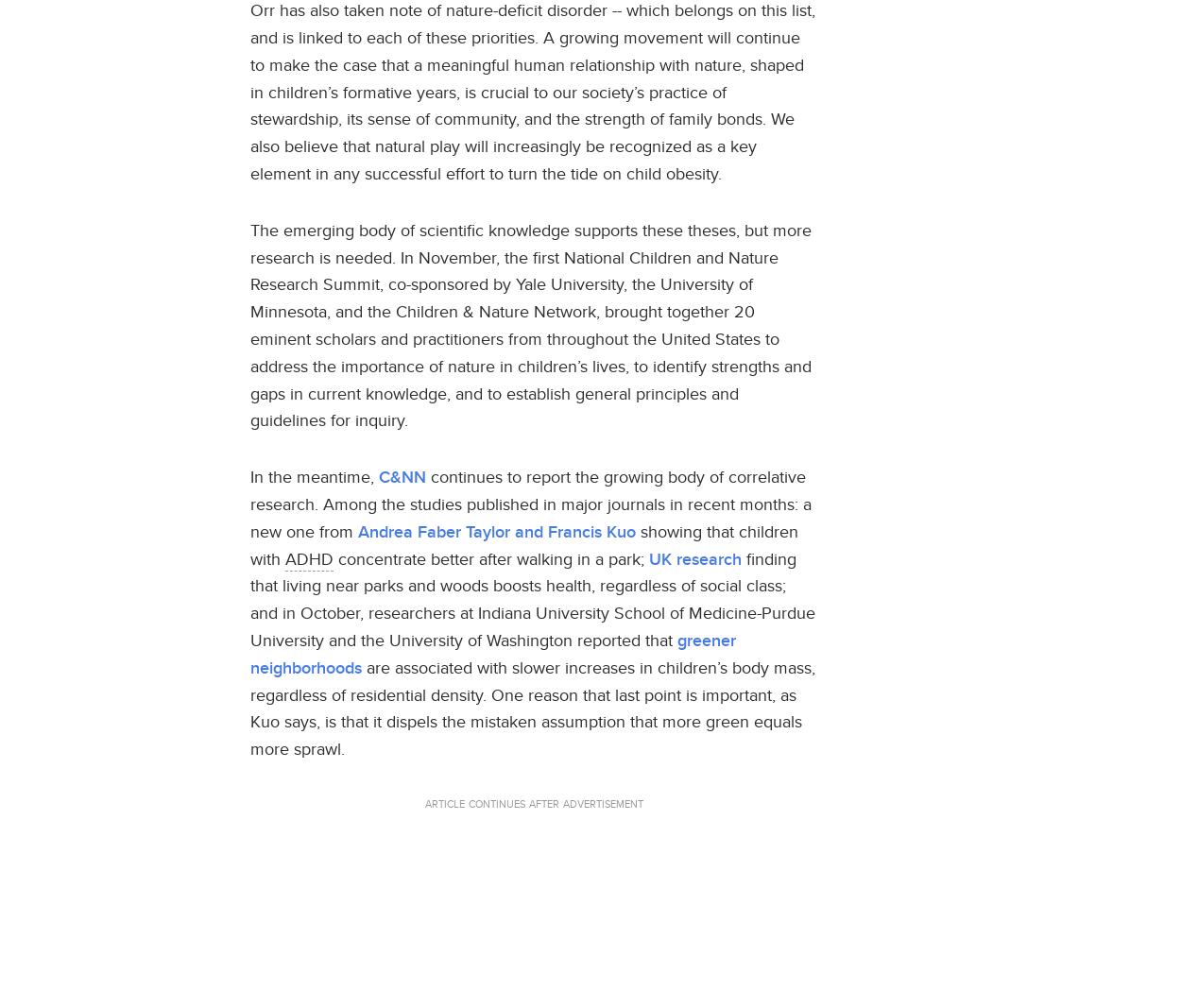 Image resolution: width=1181 pixels, height=1008 pixels. What do you see at coordinates (531, 324) in the screenshot?
I see `'The emerging body of scientific knowledge supports these theses, but more research is needed. In November, the first National Children and Nature Research Summit, co-sponsored by Yale University, the University of Minnesota, and the Children & Nature Network, brought together 20 eminent scholars and practitioners from throughout the United States to address the importance of nature in children’s lives, to identify strengths and gaps in current knowledge, and to establish general principles and guidelines for inquiry.'` at bounding box center [531, 324].